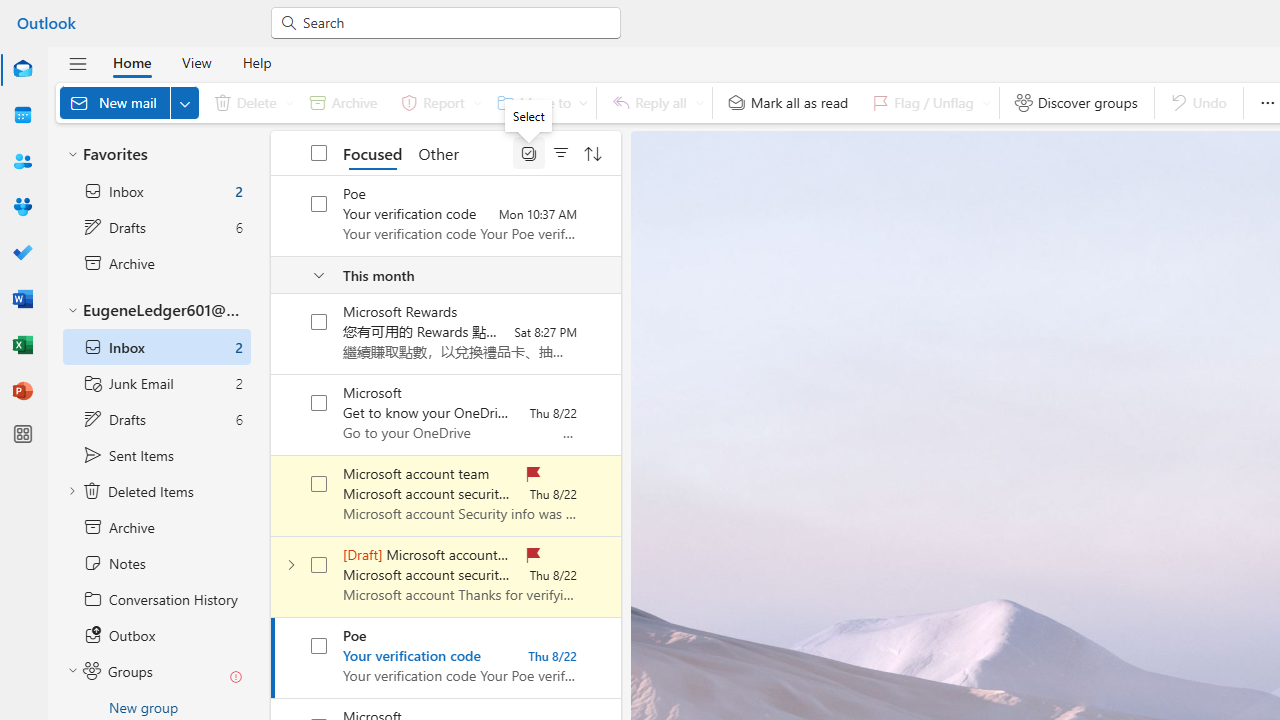 The image size is (1280, 720). Describe the element at coordinates (23, 392) in the screenshot. I see `'PowerPoint'` at that location.